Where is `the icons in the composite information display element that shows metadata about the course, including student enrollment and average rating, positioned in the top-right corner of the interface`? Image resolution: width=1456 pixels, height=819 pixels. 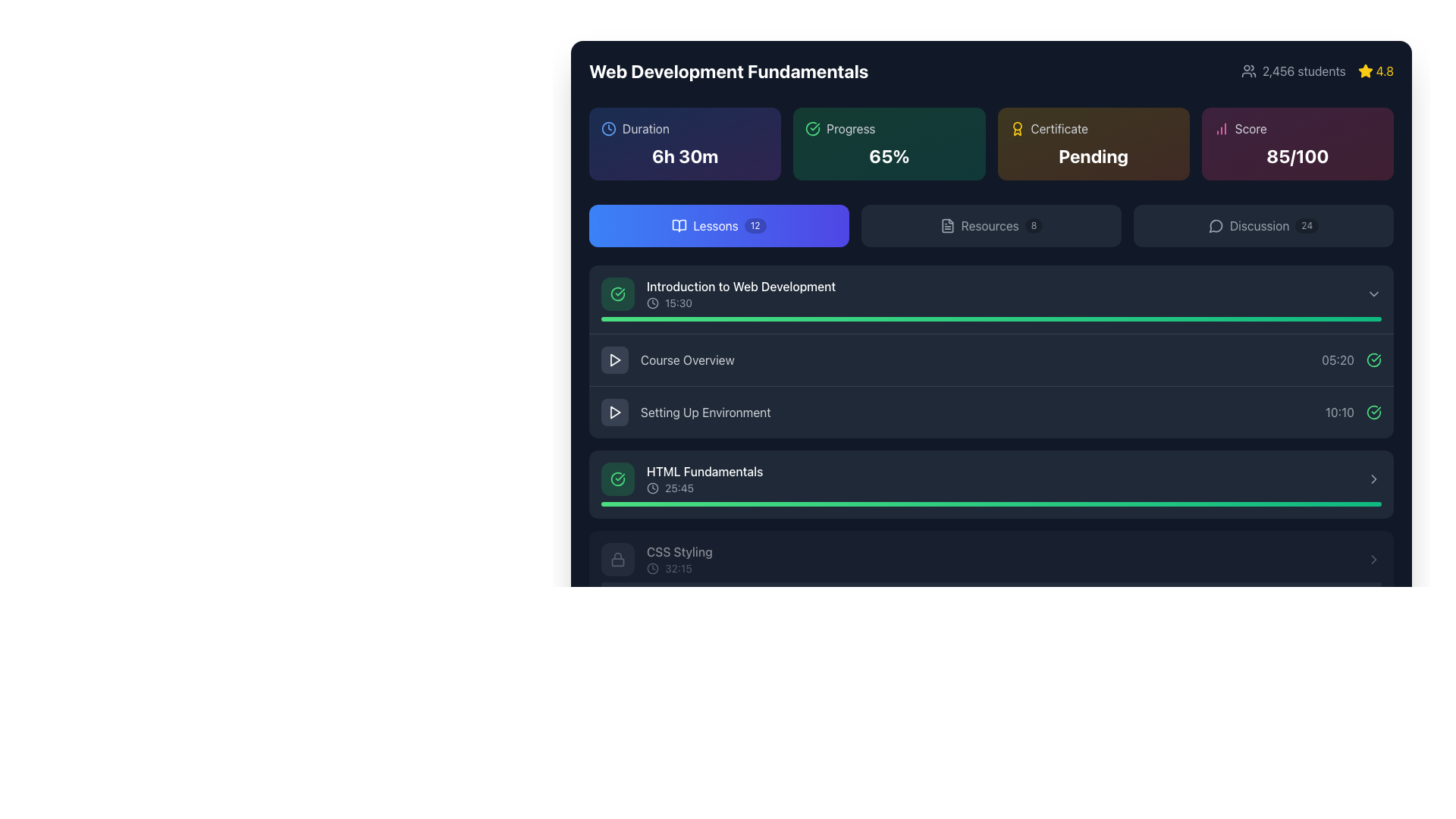
the icons in the composite information display element that shows metadata about the course, including student enrollment and average rating, positioned in the top-right corner of the interface is located at coordinates (1316, 71).